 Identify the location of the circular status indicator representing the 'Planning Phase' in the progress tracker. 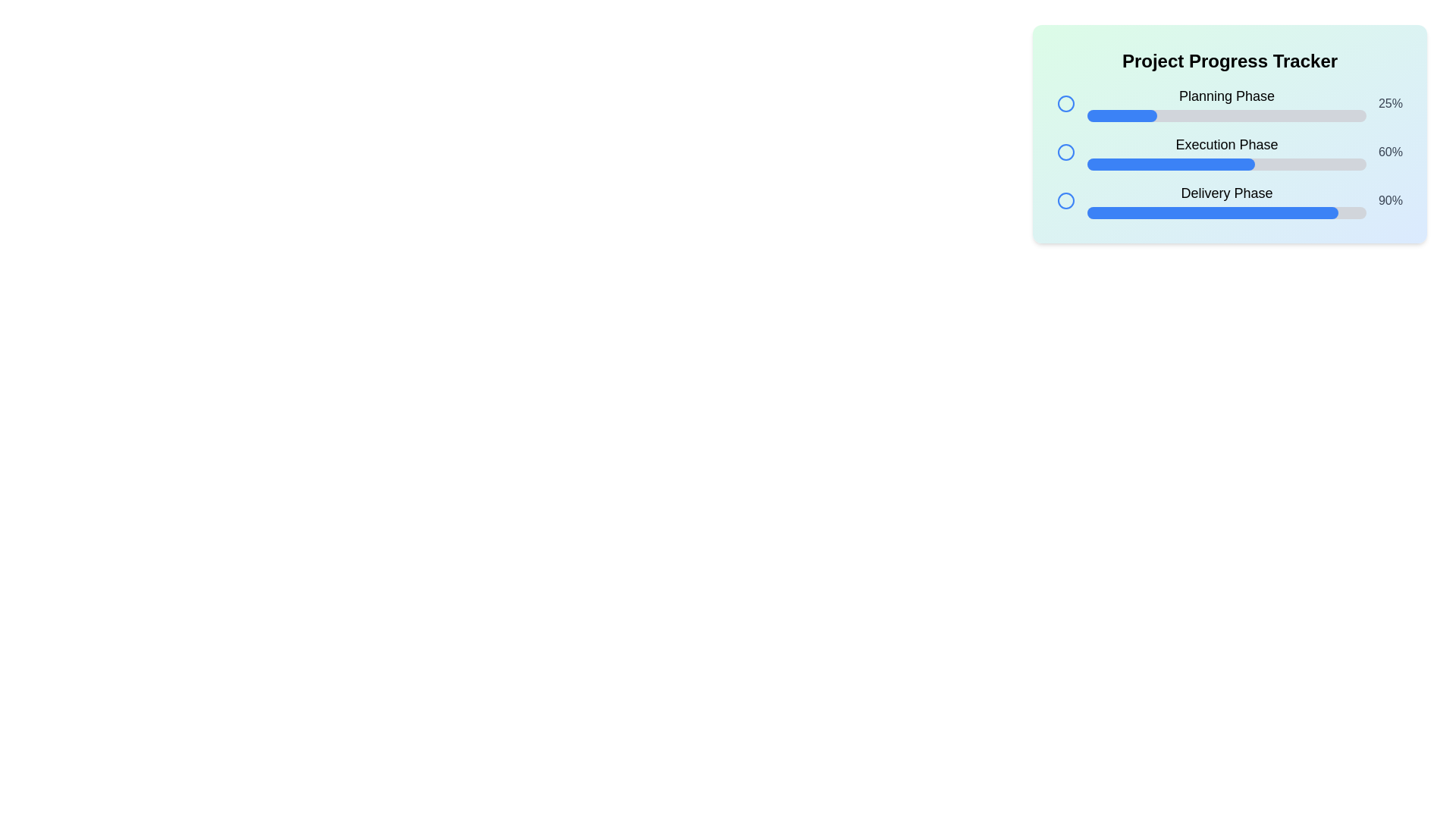
(1065, 103).